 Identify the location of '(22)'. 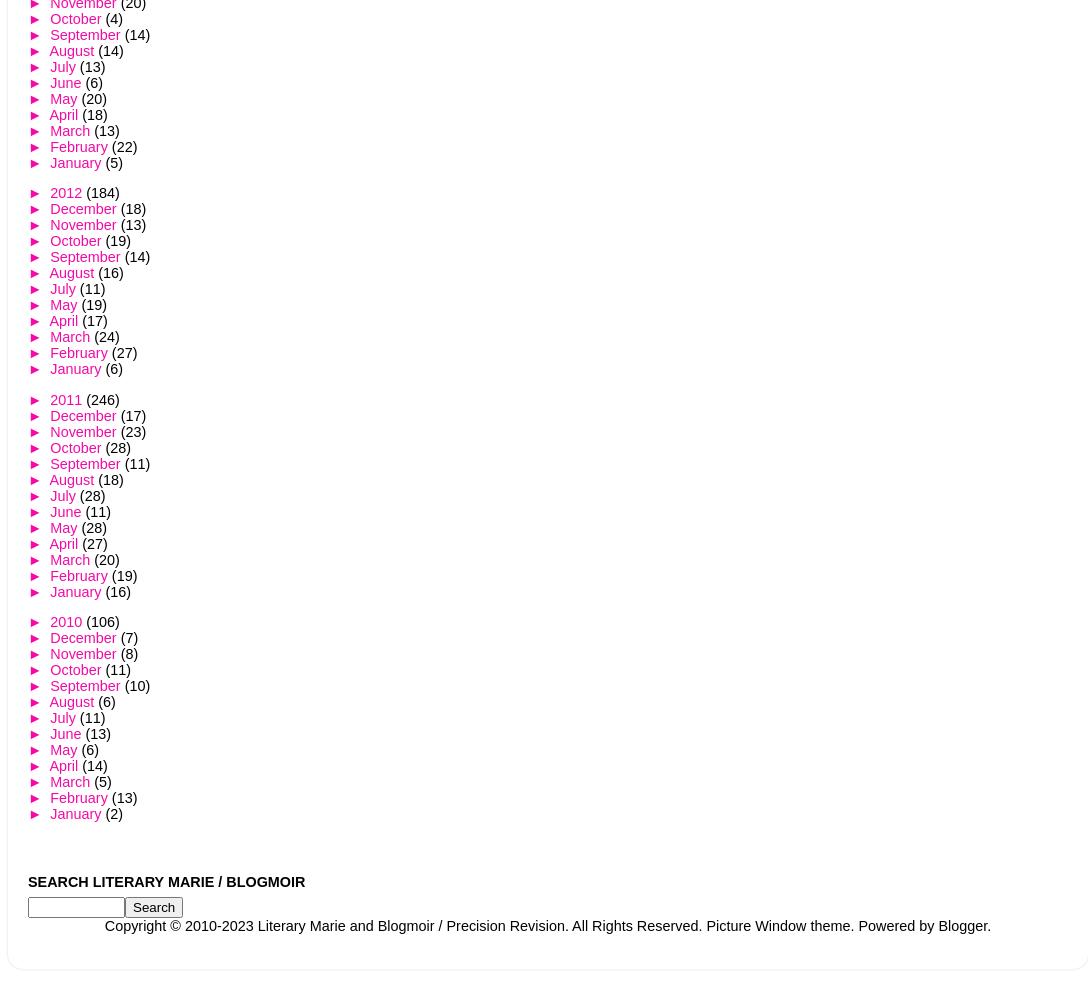
(110, 147).